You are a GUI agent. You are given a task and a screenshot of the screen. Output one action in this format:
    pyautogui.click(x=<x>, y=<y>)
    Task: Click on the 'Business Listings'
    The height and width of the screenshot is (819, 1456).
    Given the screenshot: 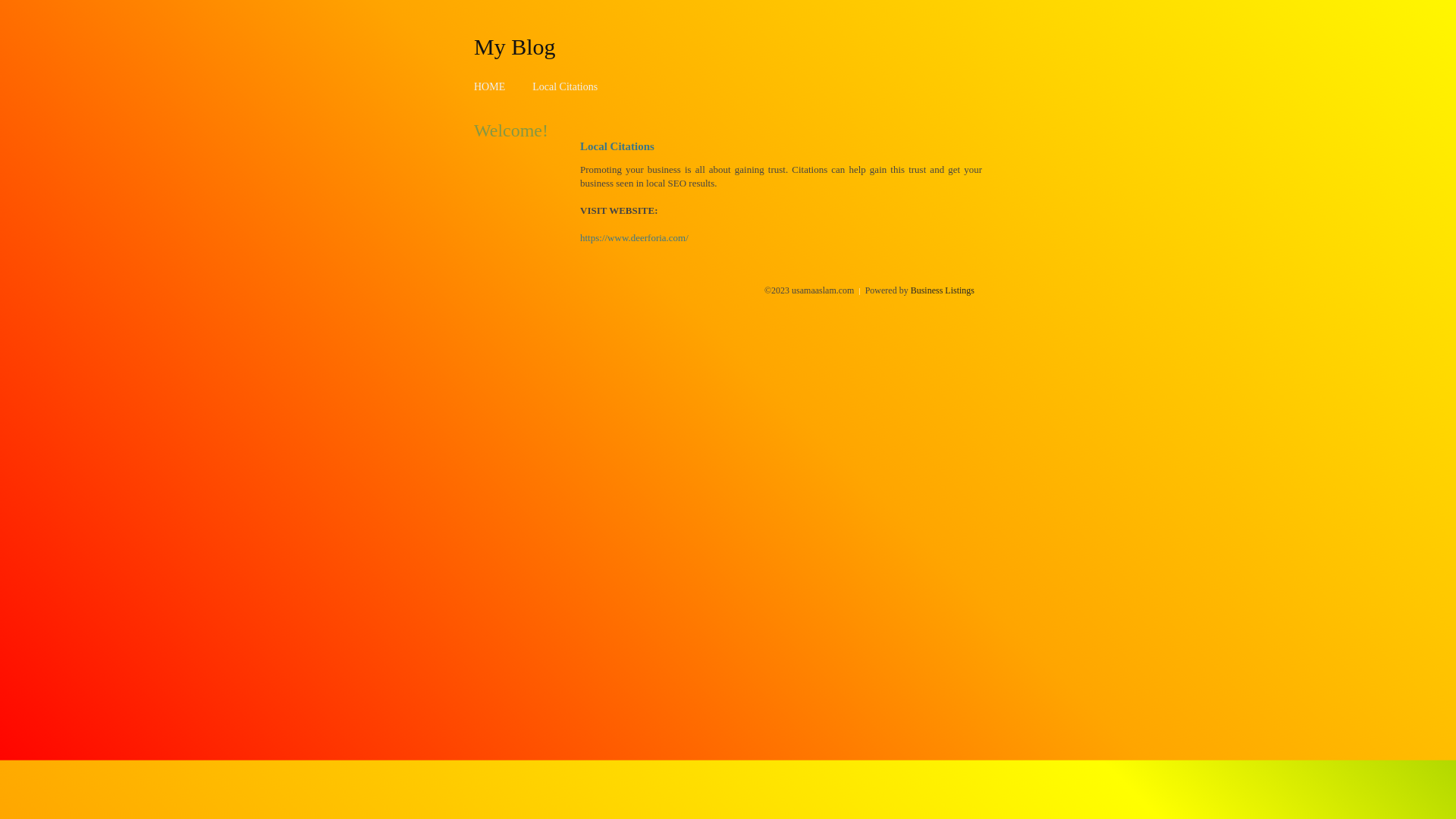 What is the action you would take?
    pyautogui.click(x=942, y=290)
    